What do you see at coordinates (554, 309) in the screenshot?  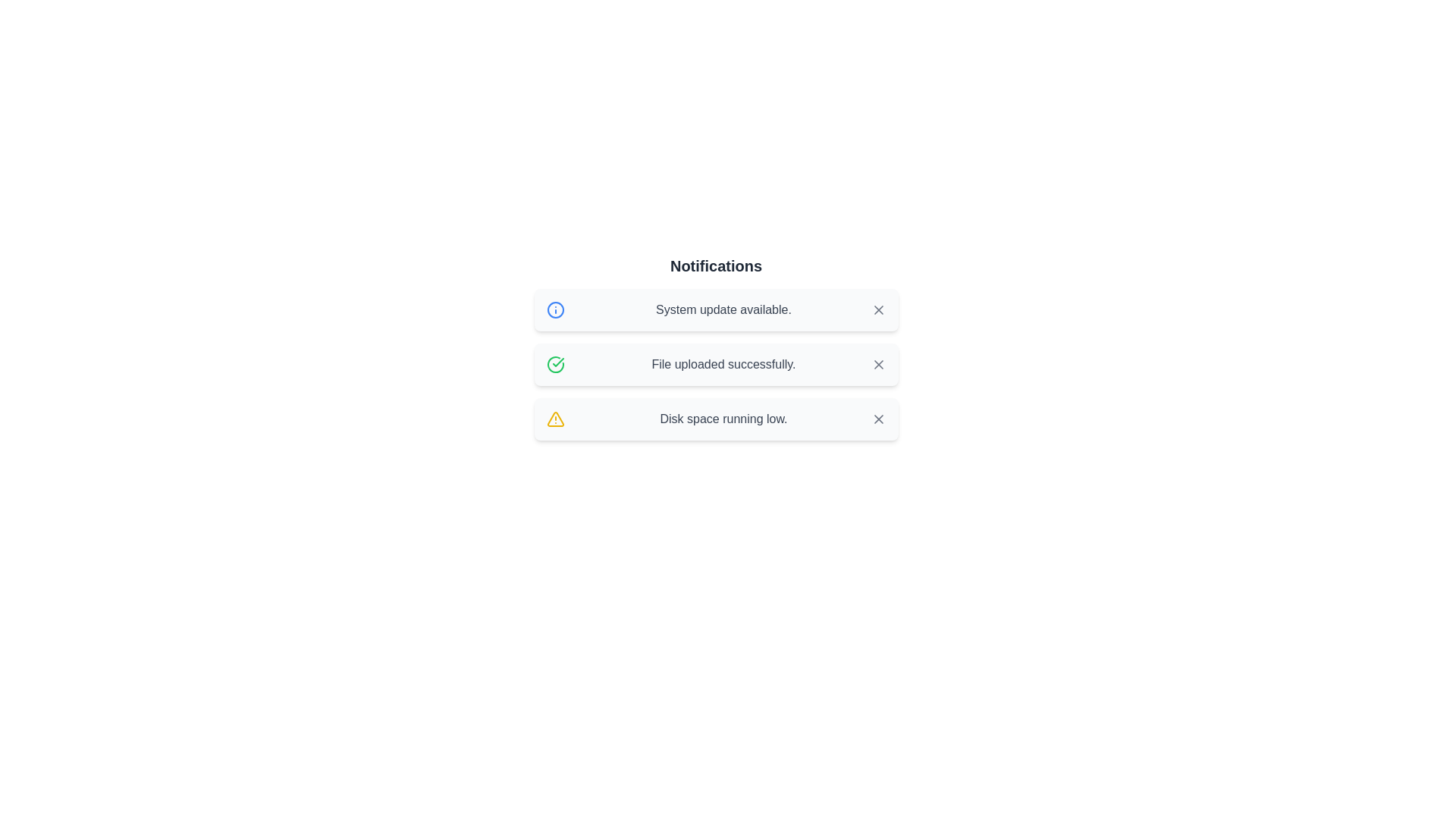 I see `the circular shape with a blue outline, which is part of the information icon located to the left of the 'System update available' notification text` at bounding box center [554, 309].